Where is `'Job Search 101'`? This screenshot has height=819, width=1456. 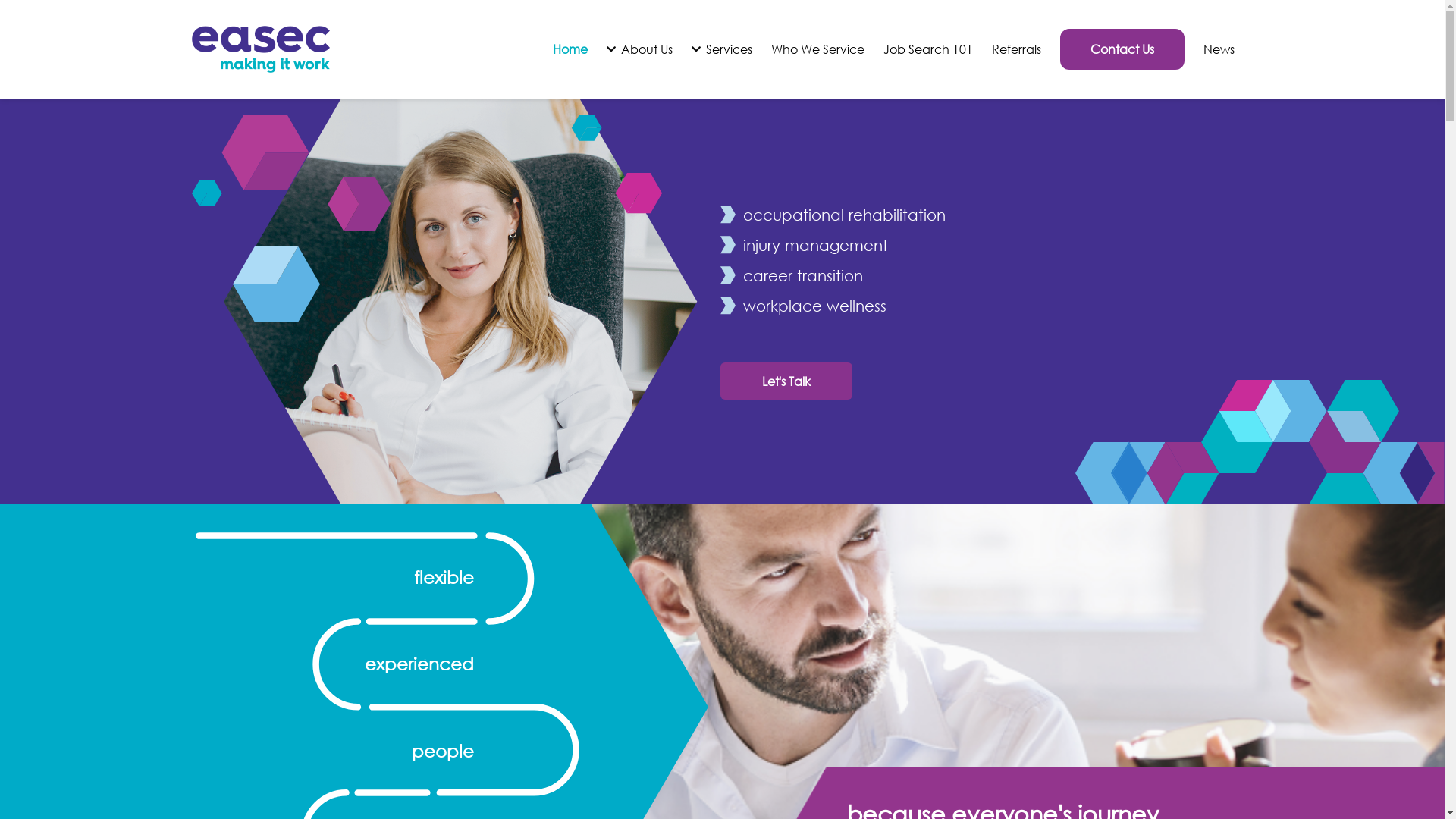
'Job Search 101' is located at coordinates (927, 49).